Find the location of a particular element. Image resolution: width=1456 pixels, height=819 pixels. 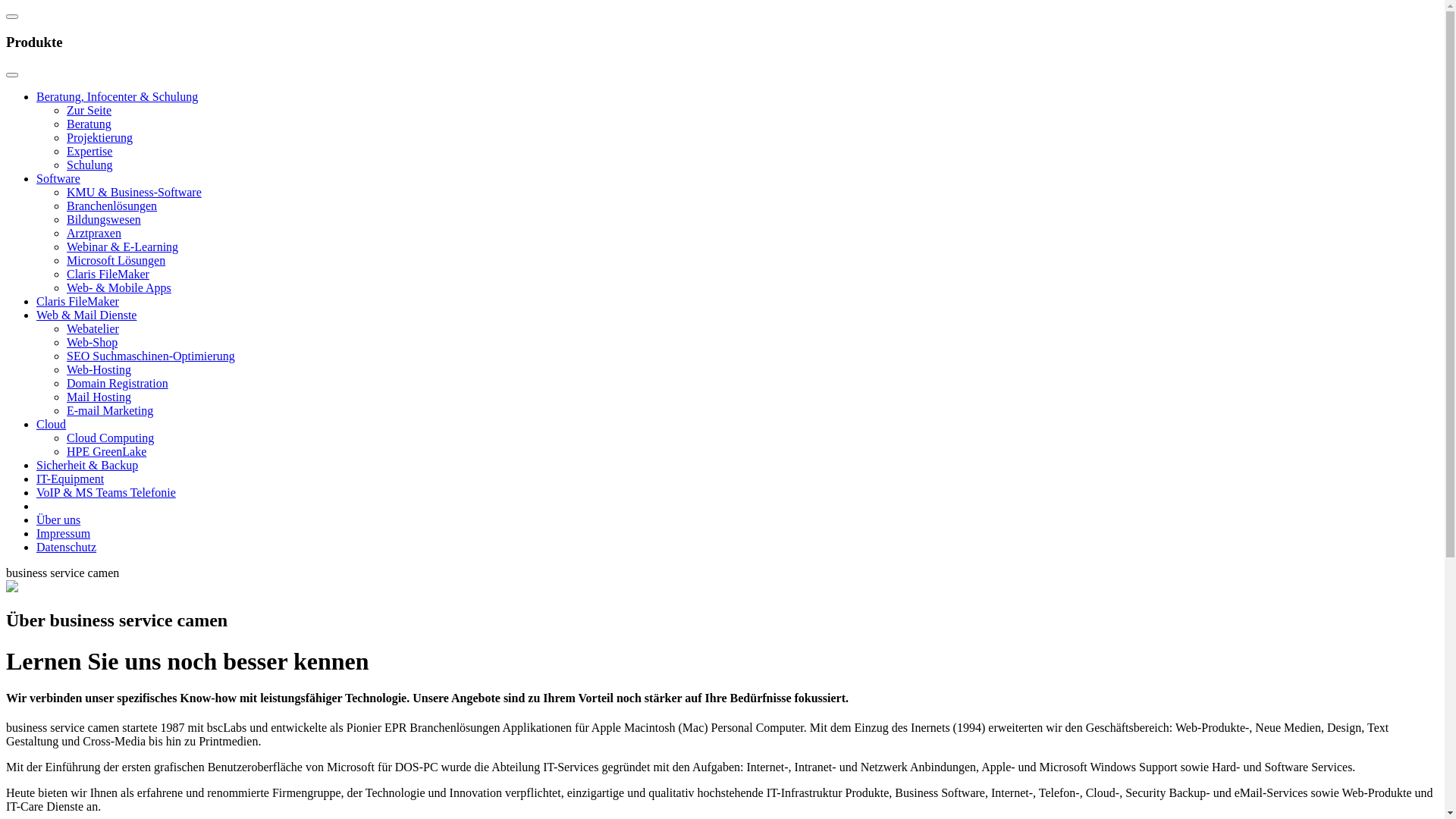

'Cloud Computing' is located at coordinates (109, 438).